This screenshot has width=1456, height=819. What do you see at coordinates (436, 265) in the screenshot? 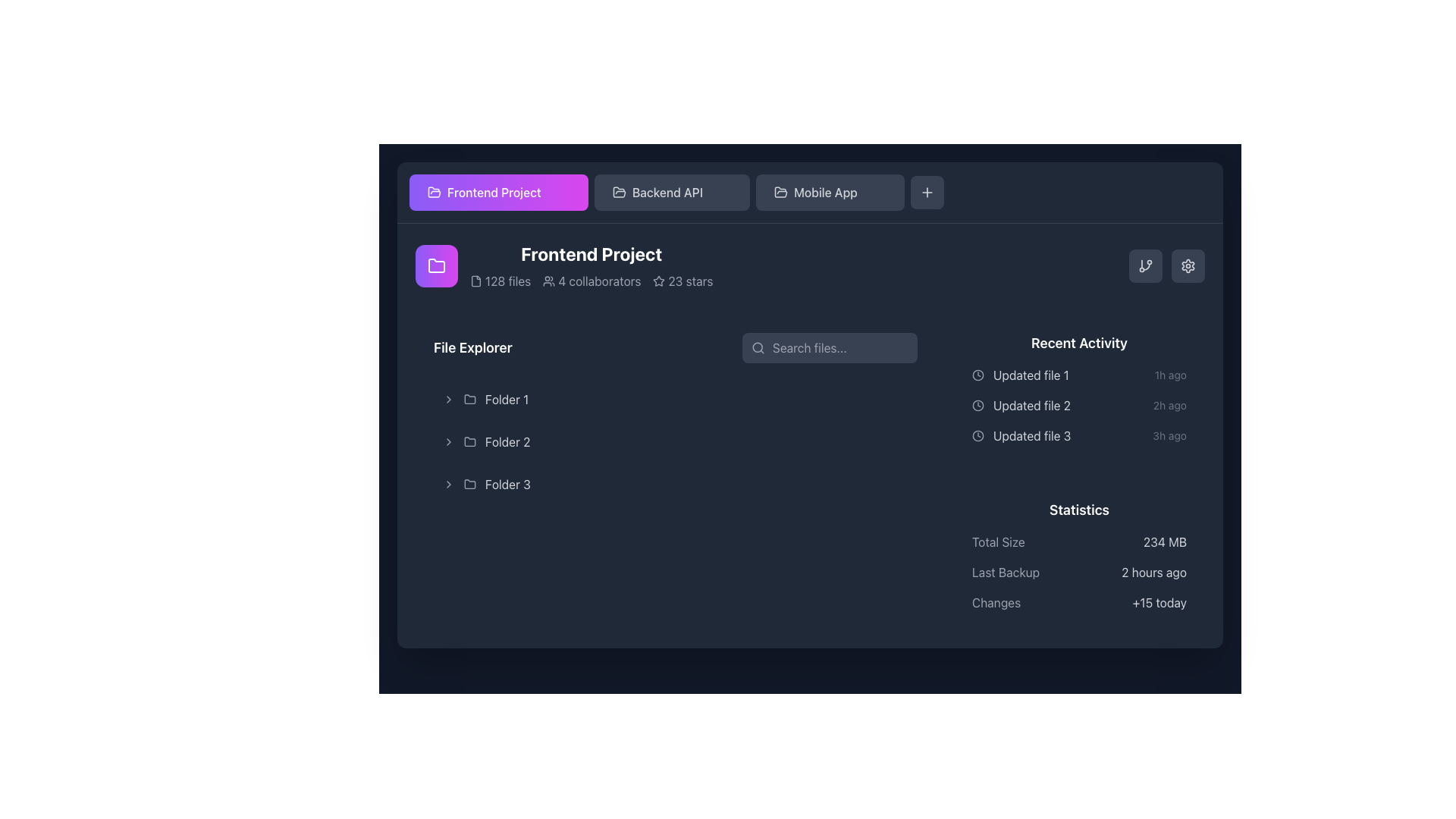
I see `the folder icon that visually represents a project section, located above the text indicating 'Frontend Project'` at bounding box center [436, 265].